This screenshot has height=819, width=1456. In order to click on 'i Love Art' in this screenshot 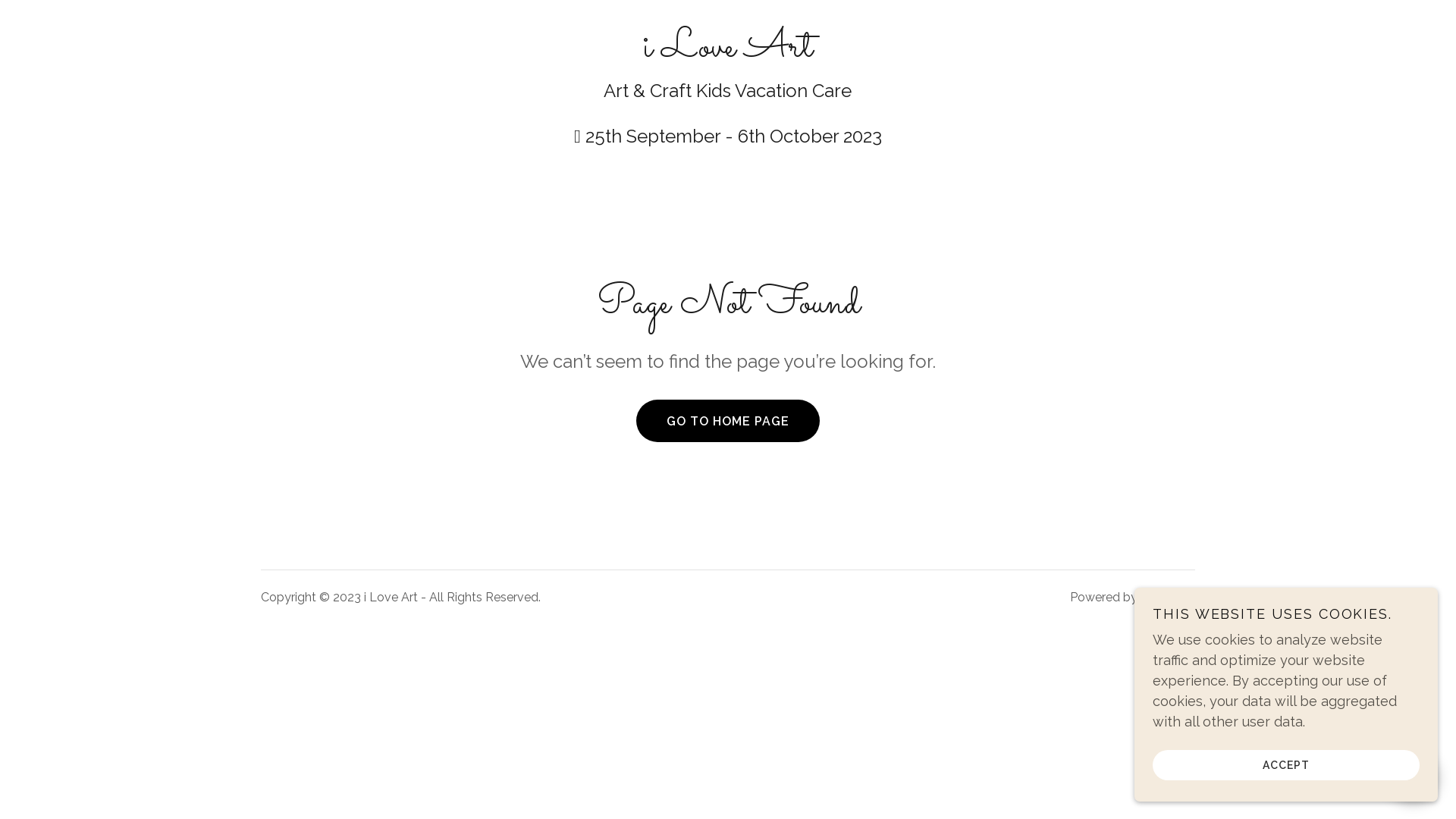, I will do `click(726, 50)`.